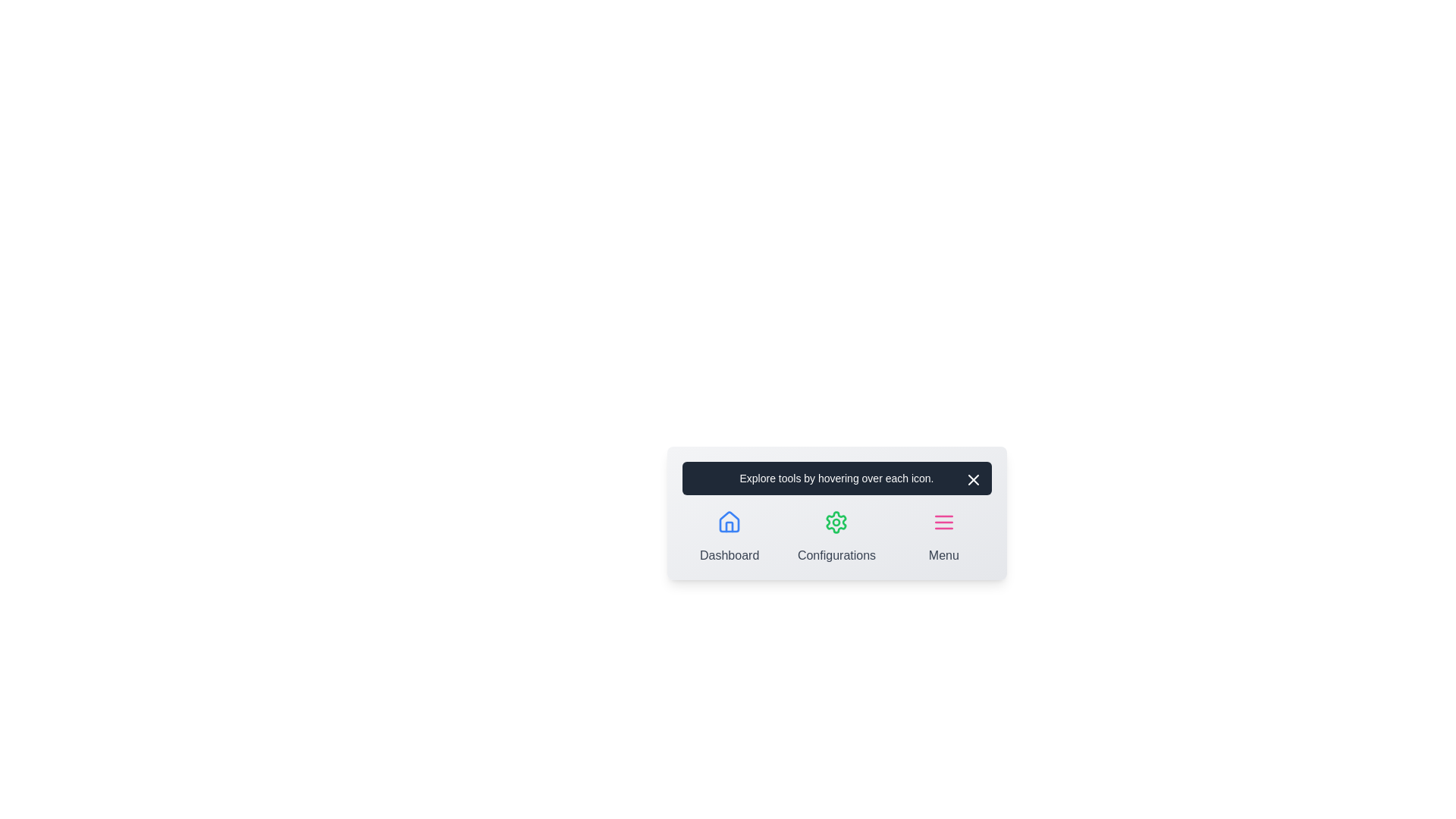 Image resolution: width=1456 pixels, height=819 pixels. I want to click on the close button 'X' located at the upper-right corner of the tooltip message to change its color to a lighter gray, so click(973, 479).